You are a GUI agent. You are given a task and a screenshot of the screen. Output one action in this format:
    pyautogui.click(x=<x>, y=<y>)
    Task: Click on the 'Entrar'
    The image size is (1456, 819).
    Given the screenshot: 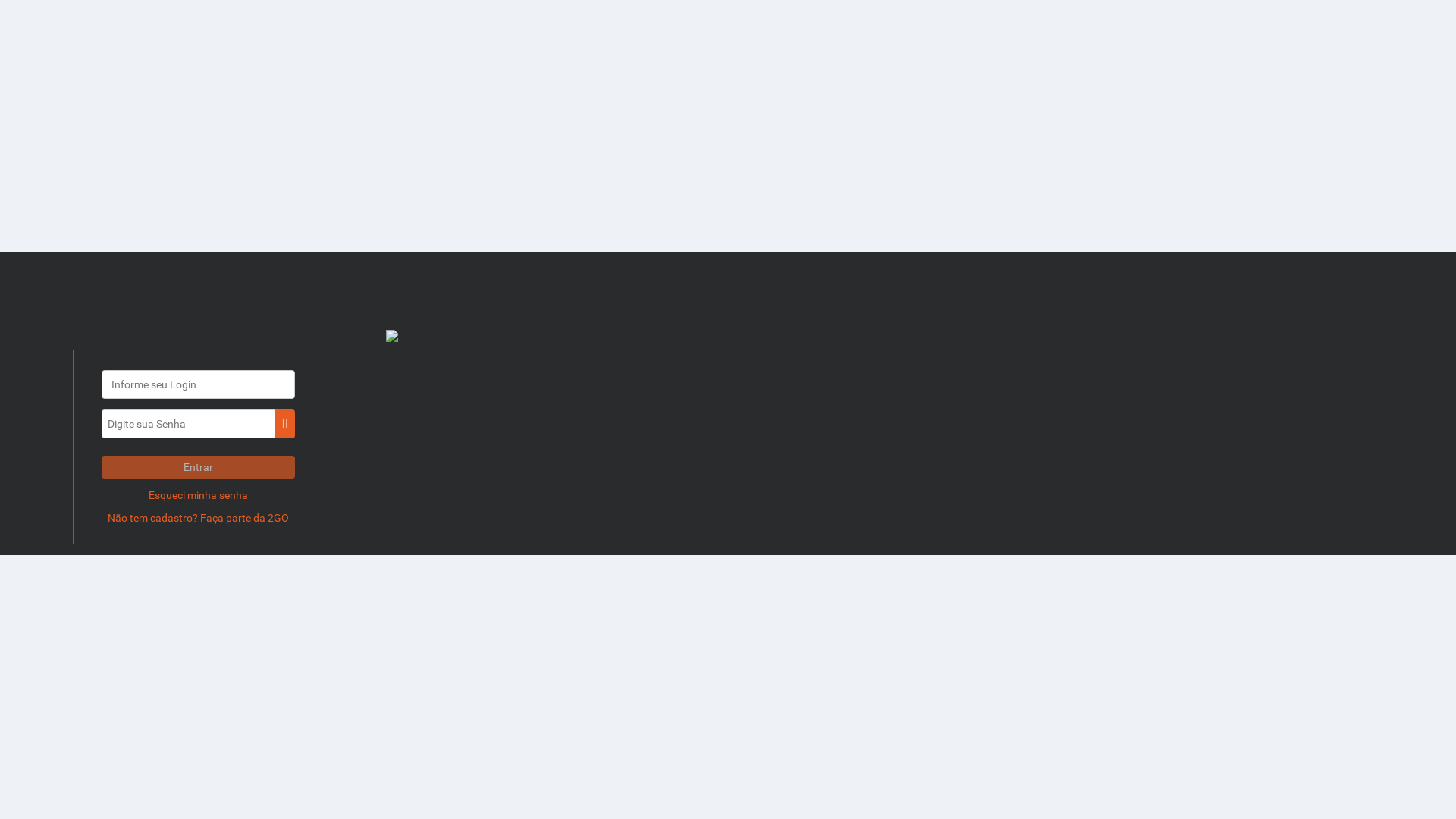 What is the action you would take?
    pyautogui.click(x=197, y=466)
    